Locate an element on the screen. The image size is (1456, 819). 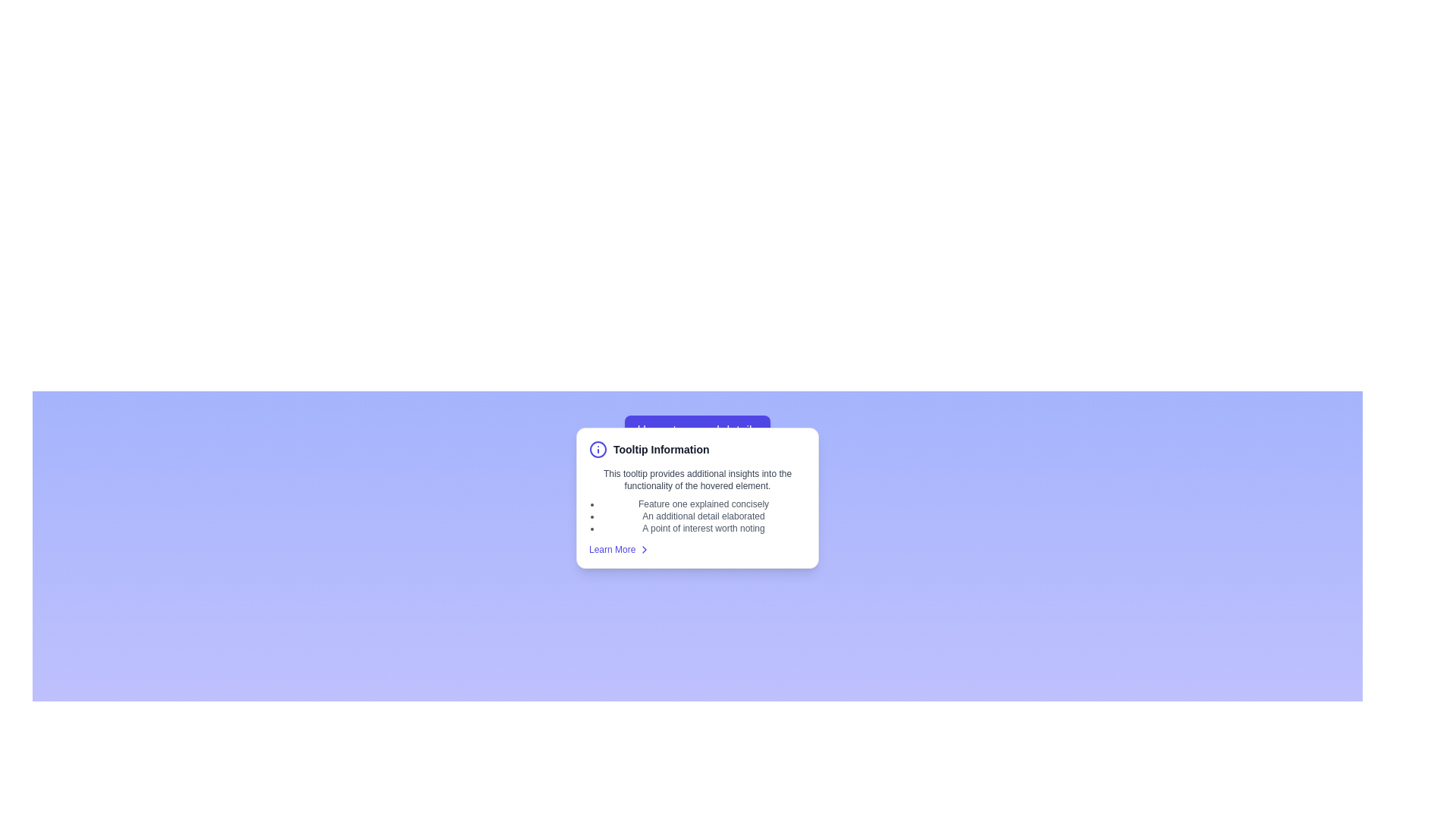
the interactive icon located immediately to the right of the 'Learn More' text link, which serves as a visual indicator for additional information is located at coordinates (645, 550).